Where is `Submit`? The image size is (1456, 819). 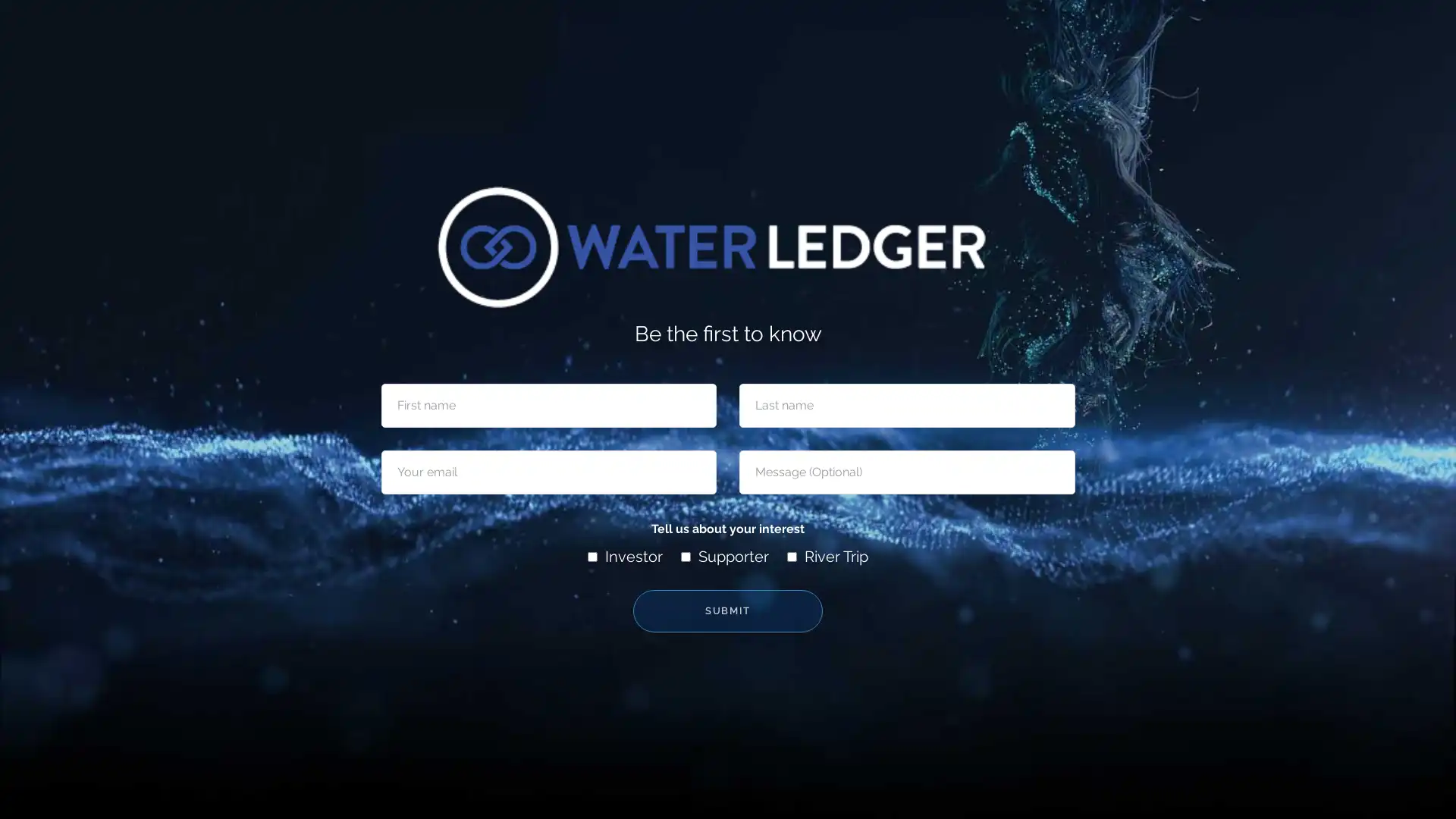 Submit is located at coordinates (728, 610).